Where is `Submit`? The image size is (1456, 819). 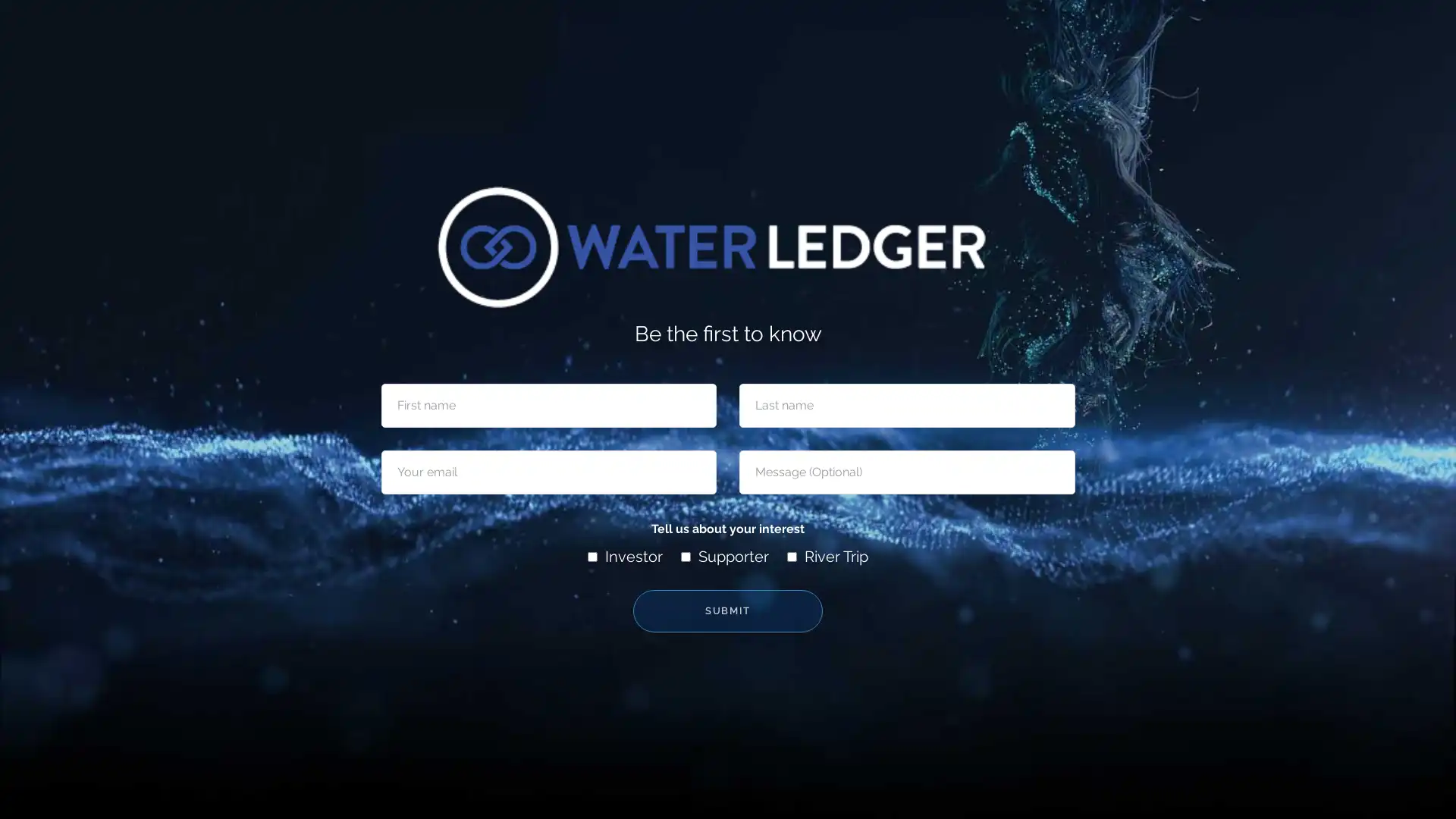 Submit is located at coordinates (728, 610).